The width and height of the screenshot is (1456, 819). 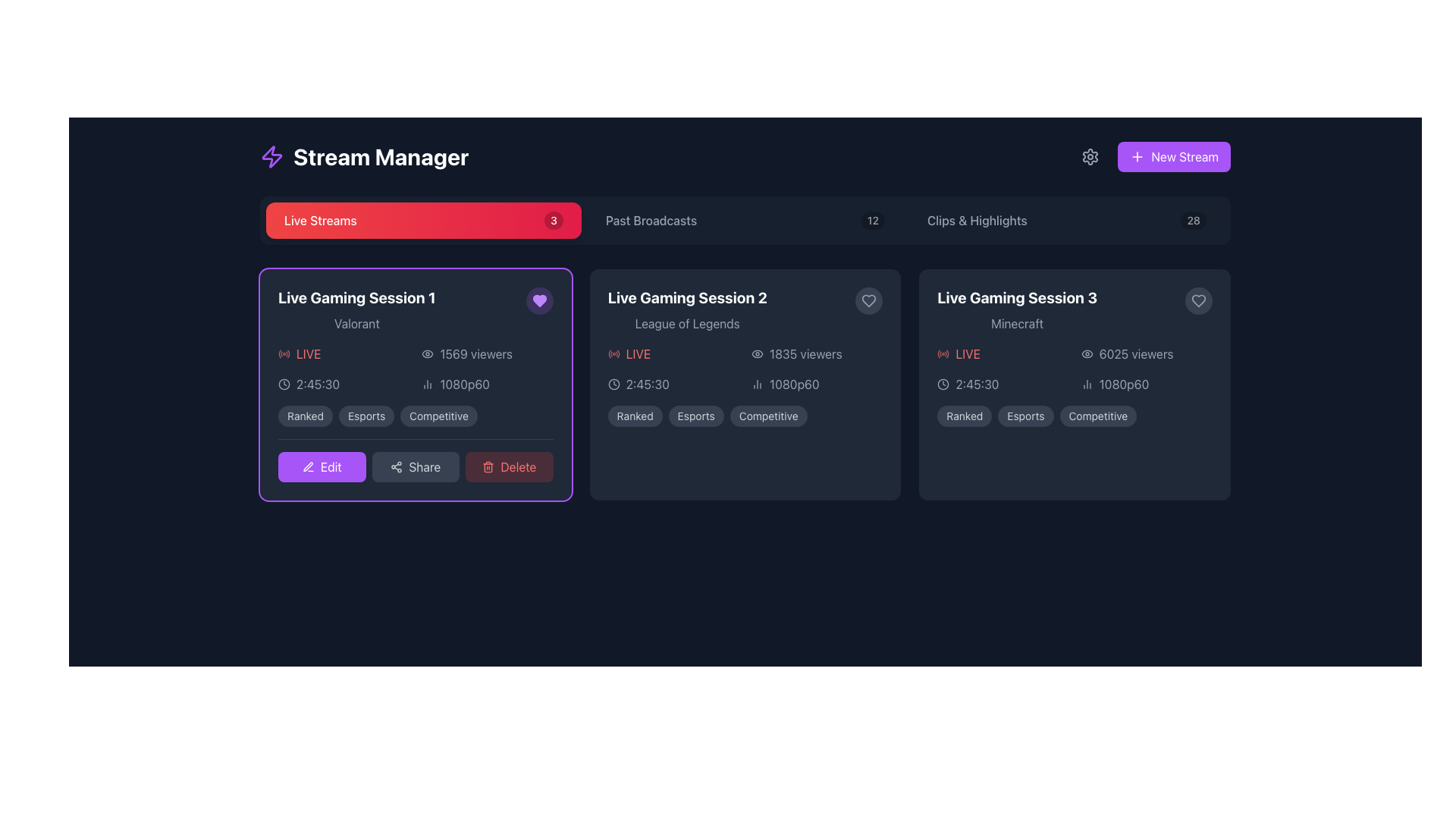 I want to click on the 'Share' button, which is centrally located among three buttons in the 'Live Gaming Session 1' card, to observe interaction effects such as color change, so click(x=416, y=460).